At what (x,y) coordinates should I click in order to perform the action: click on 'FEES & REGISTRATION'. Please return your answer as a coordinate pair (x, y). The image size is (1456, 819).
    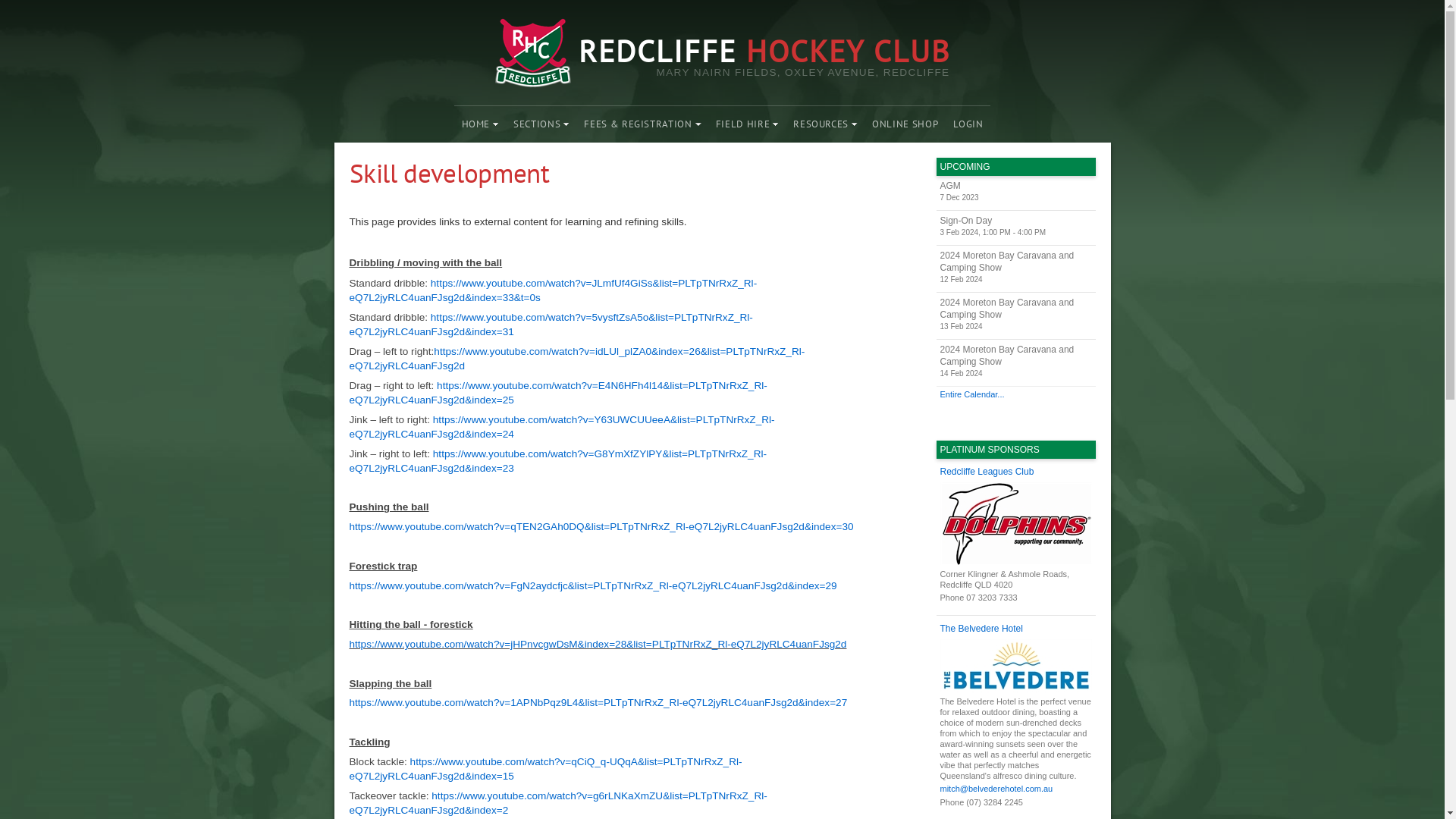
    Looking at the image, I should click on (642, 124).